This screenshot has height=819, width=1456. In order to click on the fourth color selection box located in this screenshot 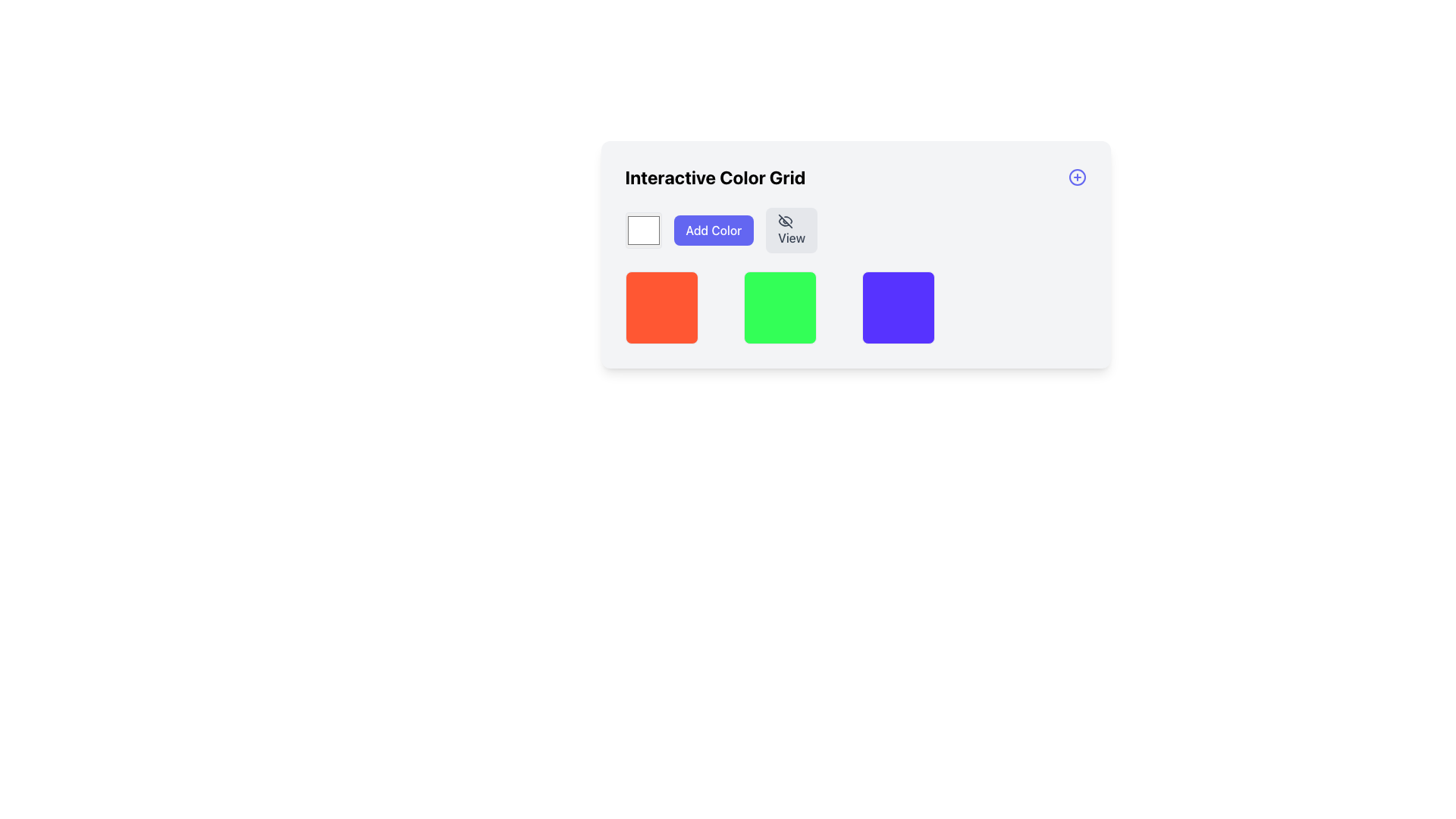, I will do `click(898, 307)`.